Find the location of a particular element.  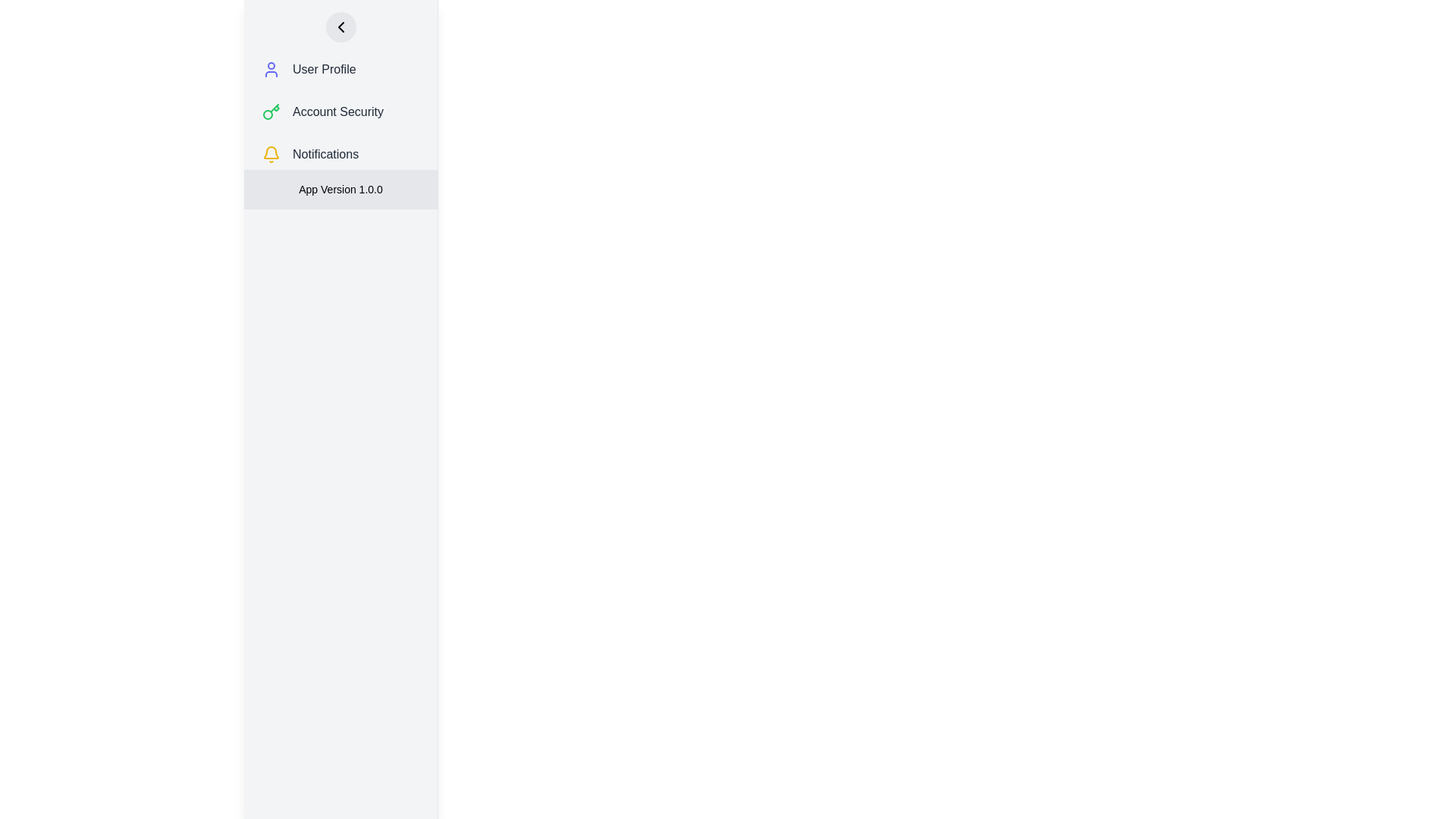

the 'User Profile' menu item, which is the first item in the vertical list of menu options in the side navigation bar is located at coordinates (340, 70).